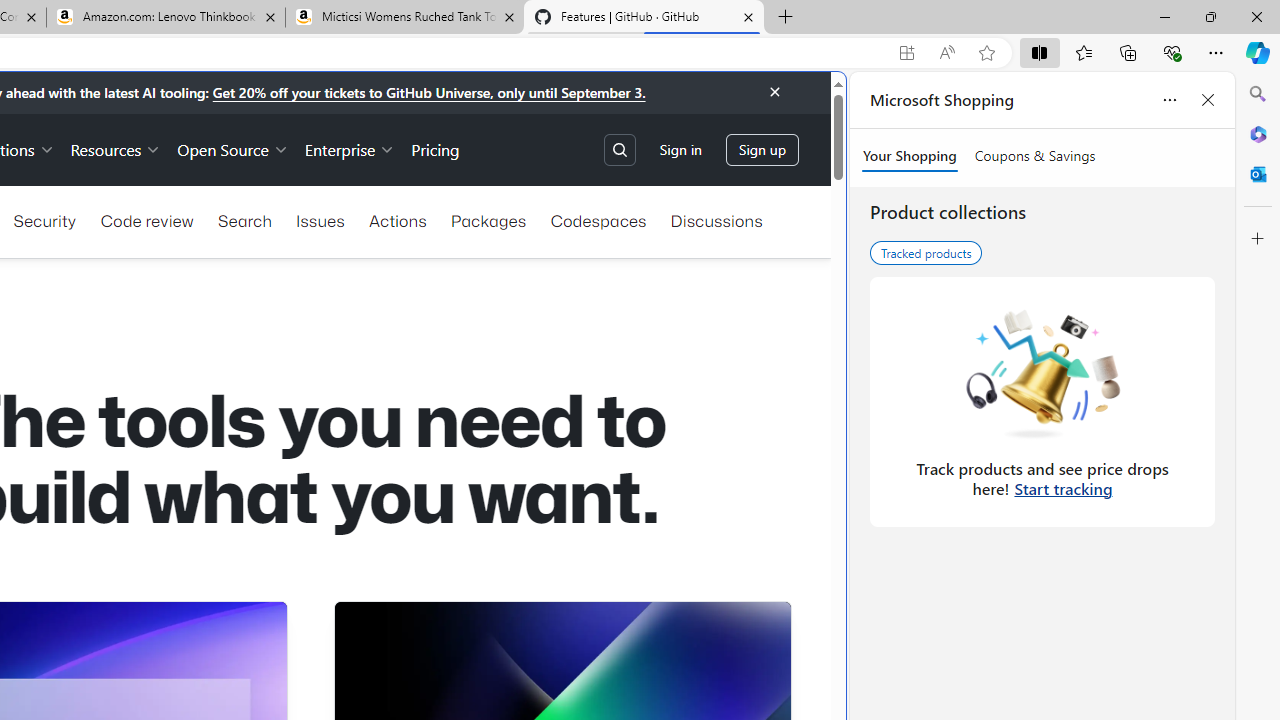 The height and width of the screenshot is (720, 1280). I want to click on 'Pricing', so click(434, 148).